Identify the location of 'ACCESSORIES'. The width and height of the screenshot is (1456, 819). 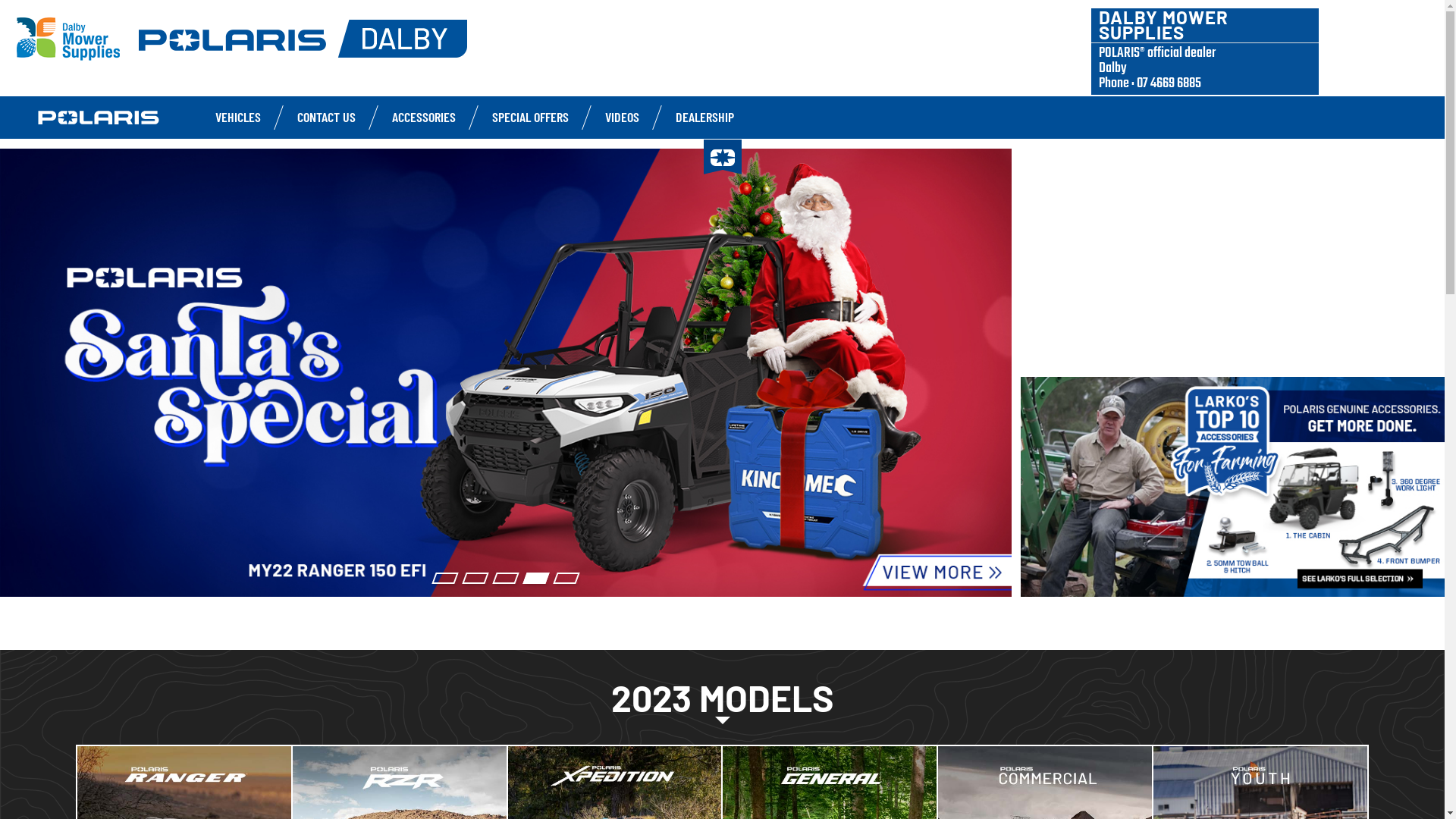
(423, 116).